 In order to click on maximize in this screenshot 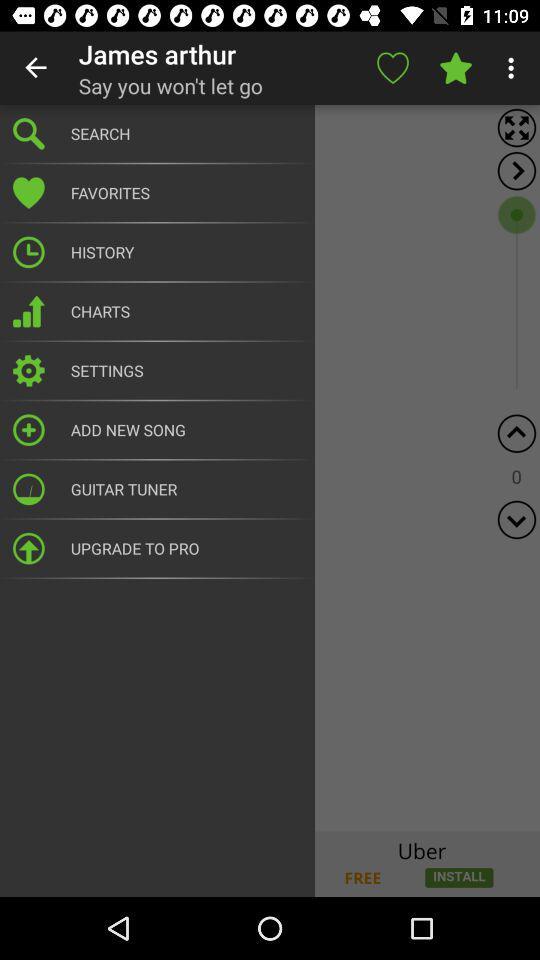, I will do `click(516, 127)`.